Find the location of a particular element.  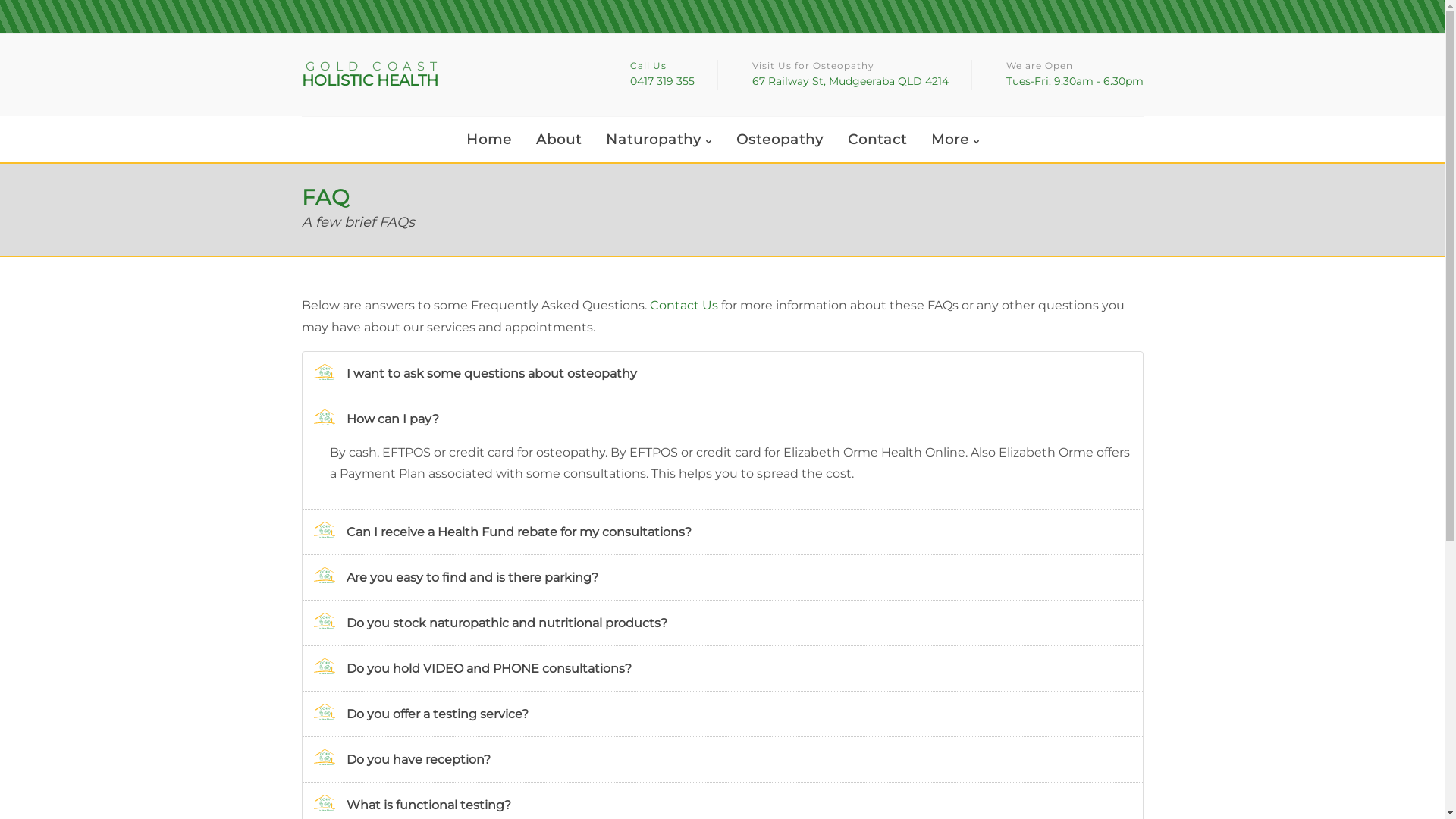

'Contact' is located at coordinates (877, 140).